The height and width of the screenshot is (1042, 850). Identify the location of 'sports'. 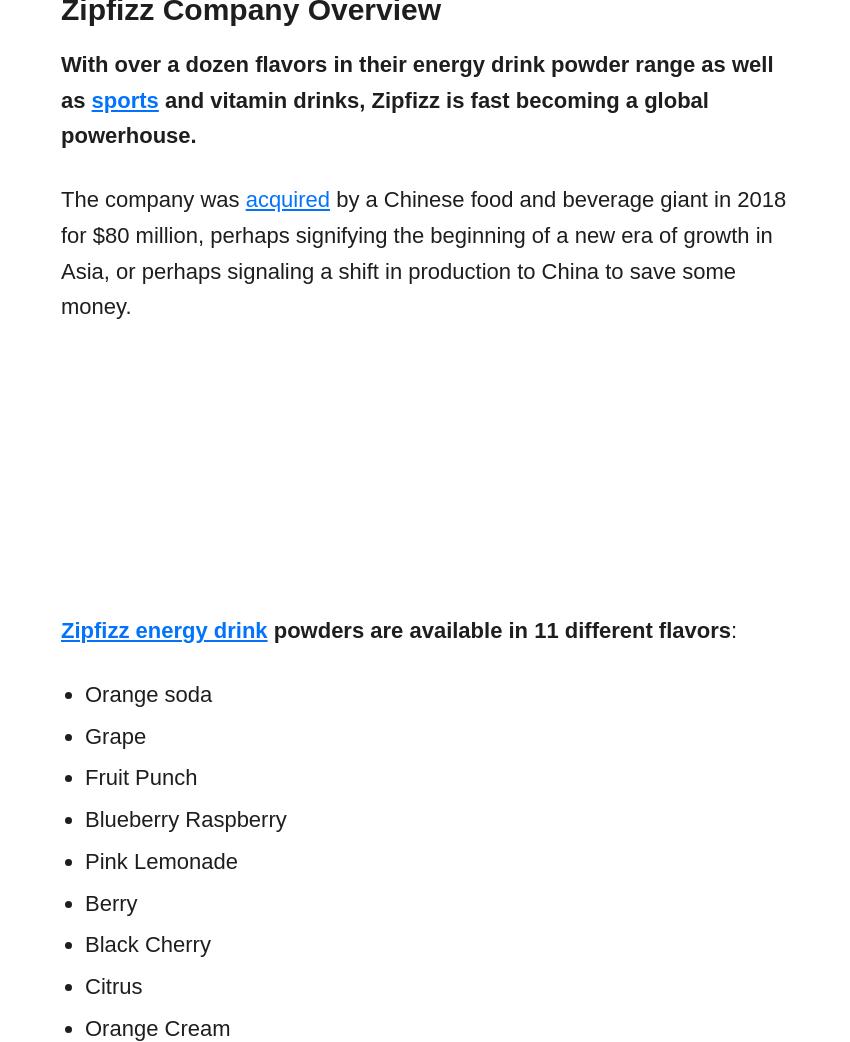
(90, 99).